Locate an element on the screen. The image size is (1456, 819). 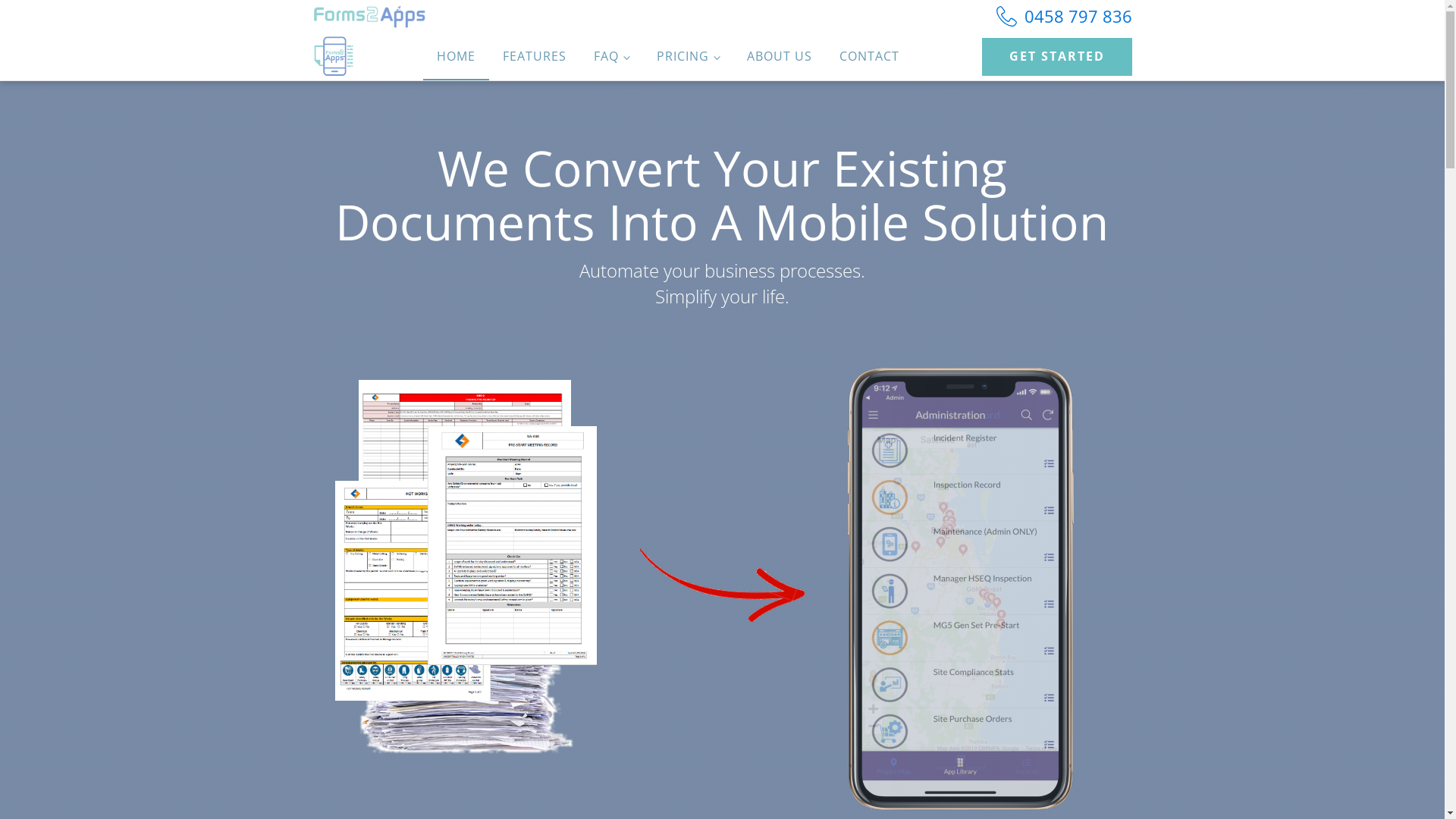
'0458 797 836' is located at coordinates (1063, 16).